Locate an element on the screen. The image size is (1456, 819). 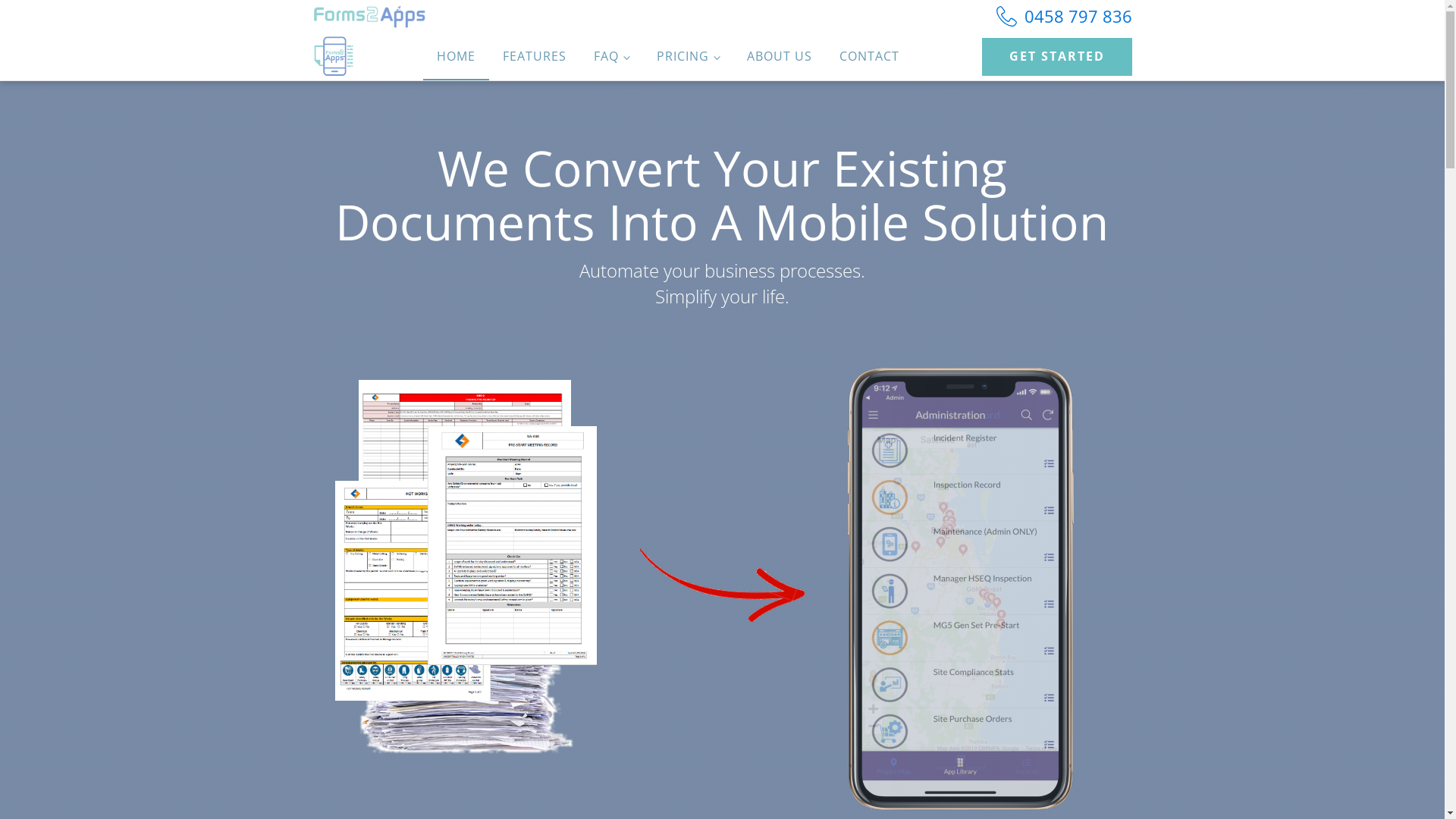
'0458 797 836' is located at coordinates (1063, 16).